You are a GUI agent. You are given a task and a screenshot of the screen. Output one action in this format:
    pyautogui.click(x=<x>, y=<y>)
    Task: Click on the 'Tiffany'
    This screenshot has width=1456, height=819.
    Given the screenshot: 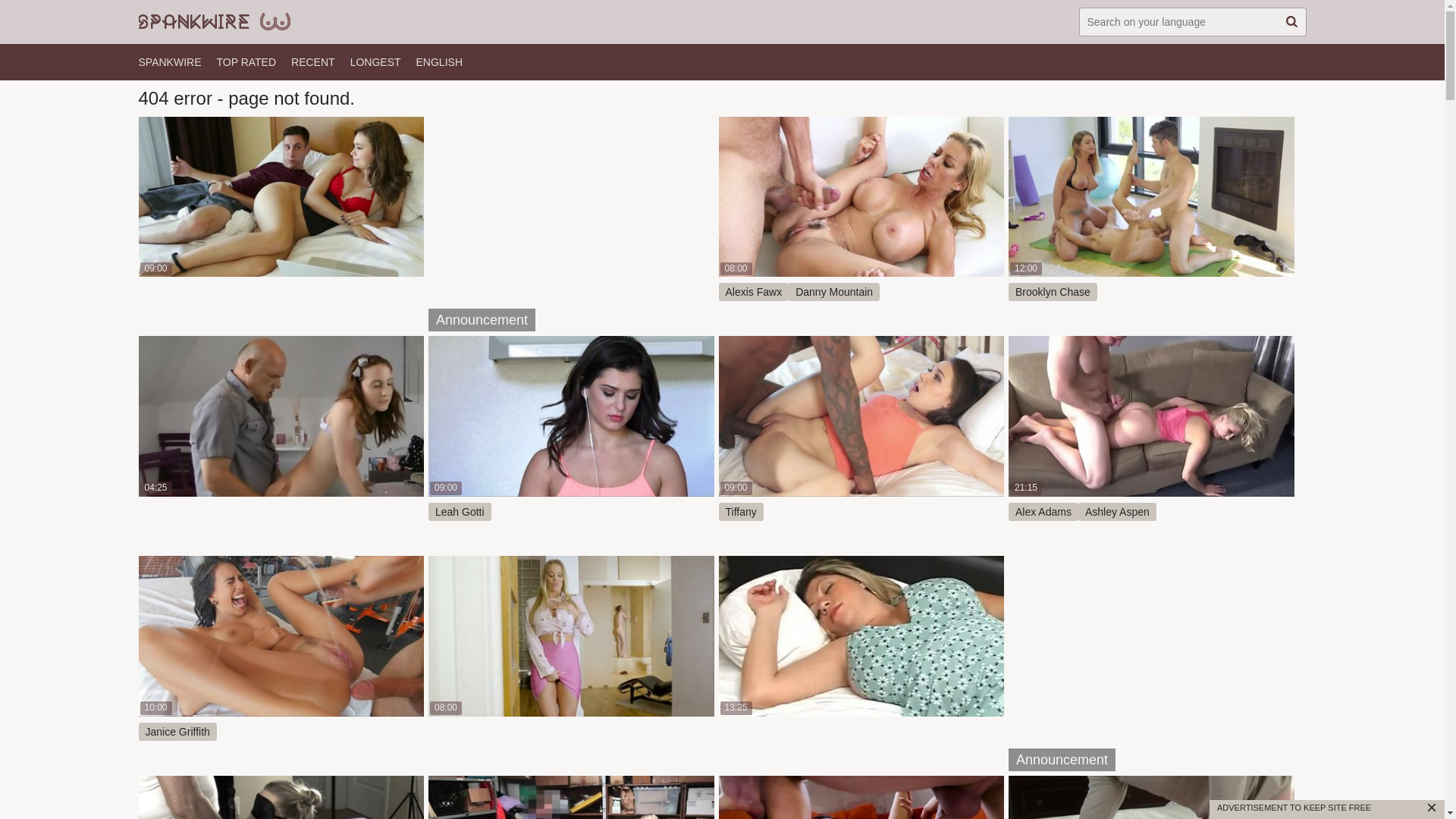 What is the action you would take?
    pyautogui.click(x=741, y=512)
    